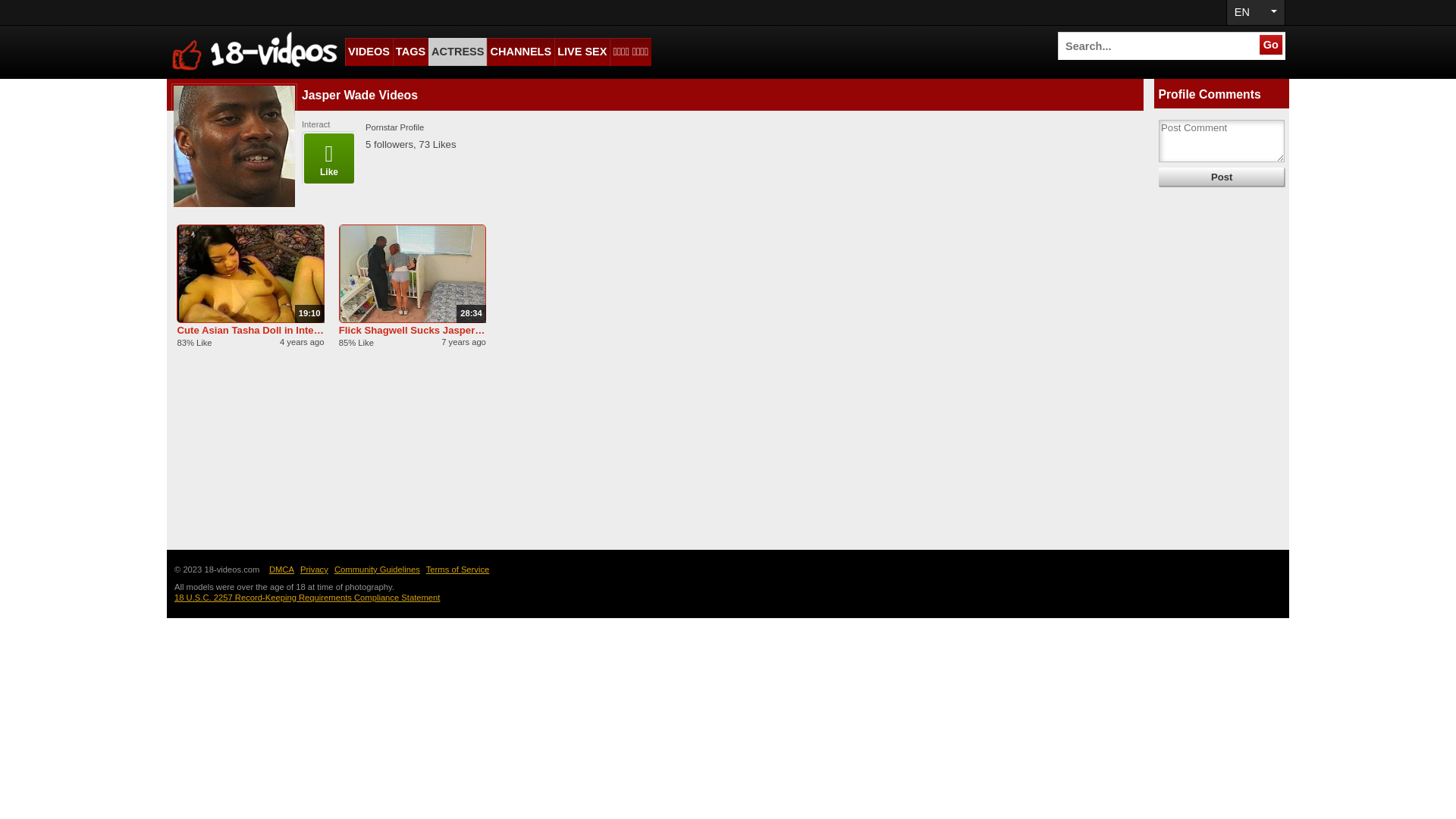 Image resolution: width=1456 pixels, height=819 pixels. Describe the element at coordinates (428, 51) in the screenshot. I see `'ACTRESS'` at that location.